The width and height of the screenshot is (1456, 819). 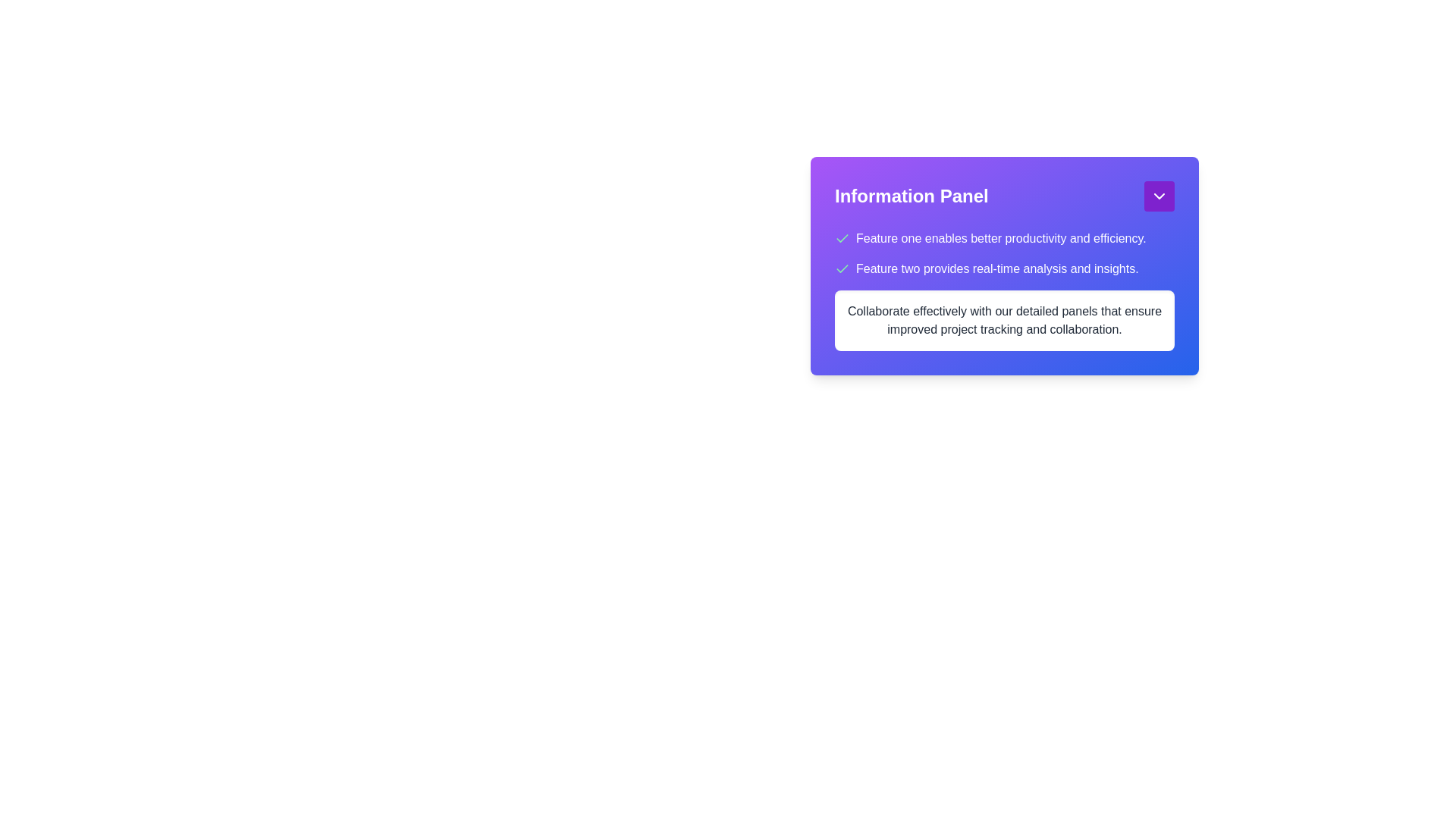 I want to click on the second text display element in the 'Information Panel' that provides a specific feature or benefit, located below 'Feature one enables better productivity and efficiency.', so click(x=997, y=268).